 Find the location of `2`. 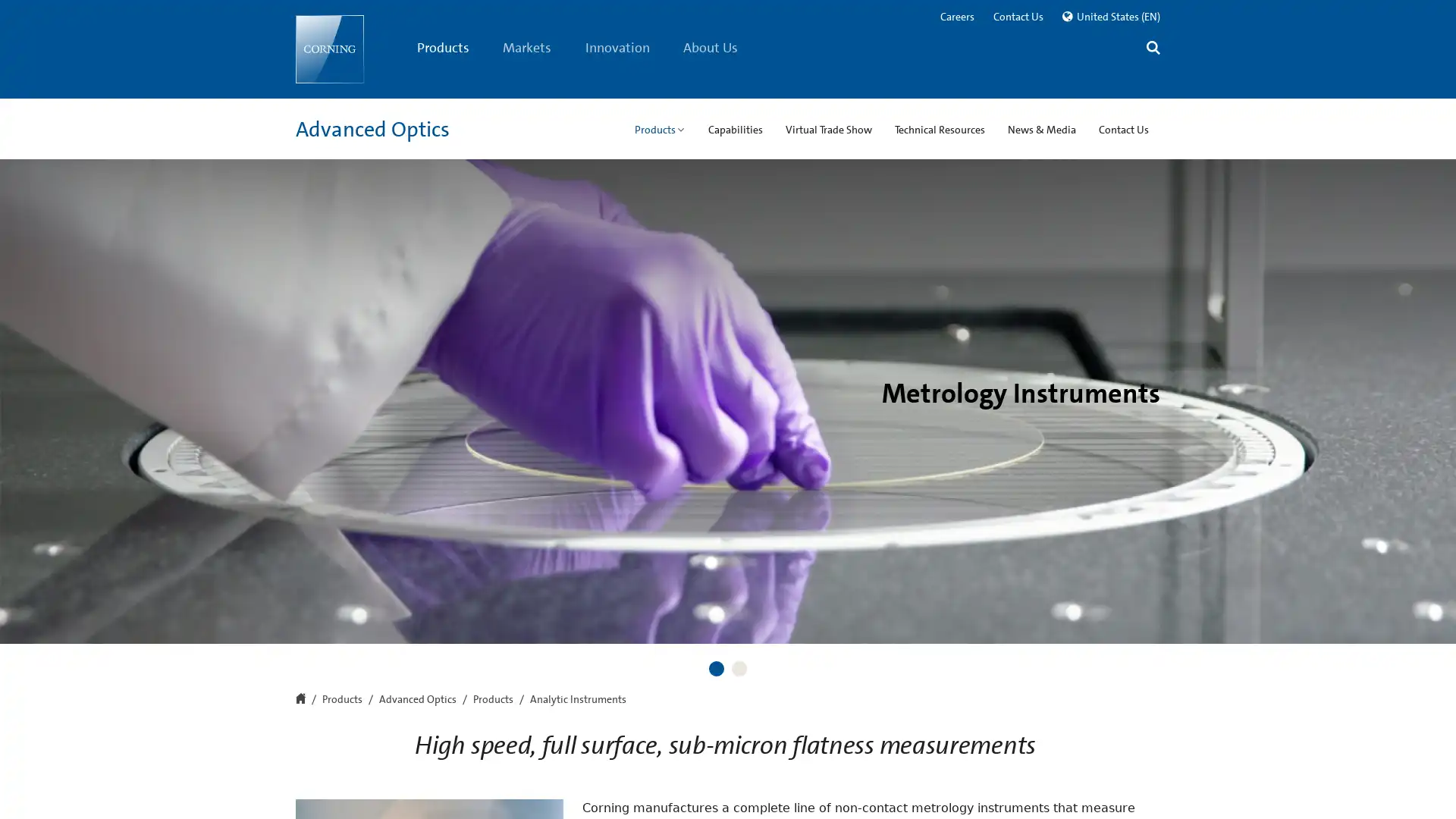

2 is located at coordinates (739, 668).